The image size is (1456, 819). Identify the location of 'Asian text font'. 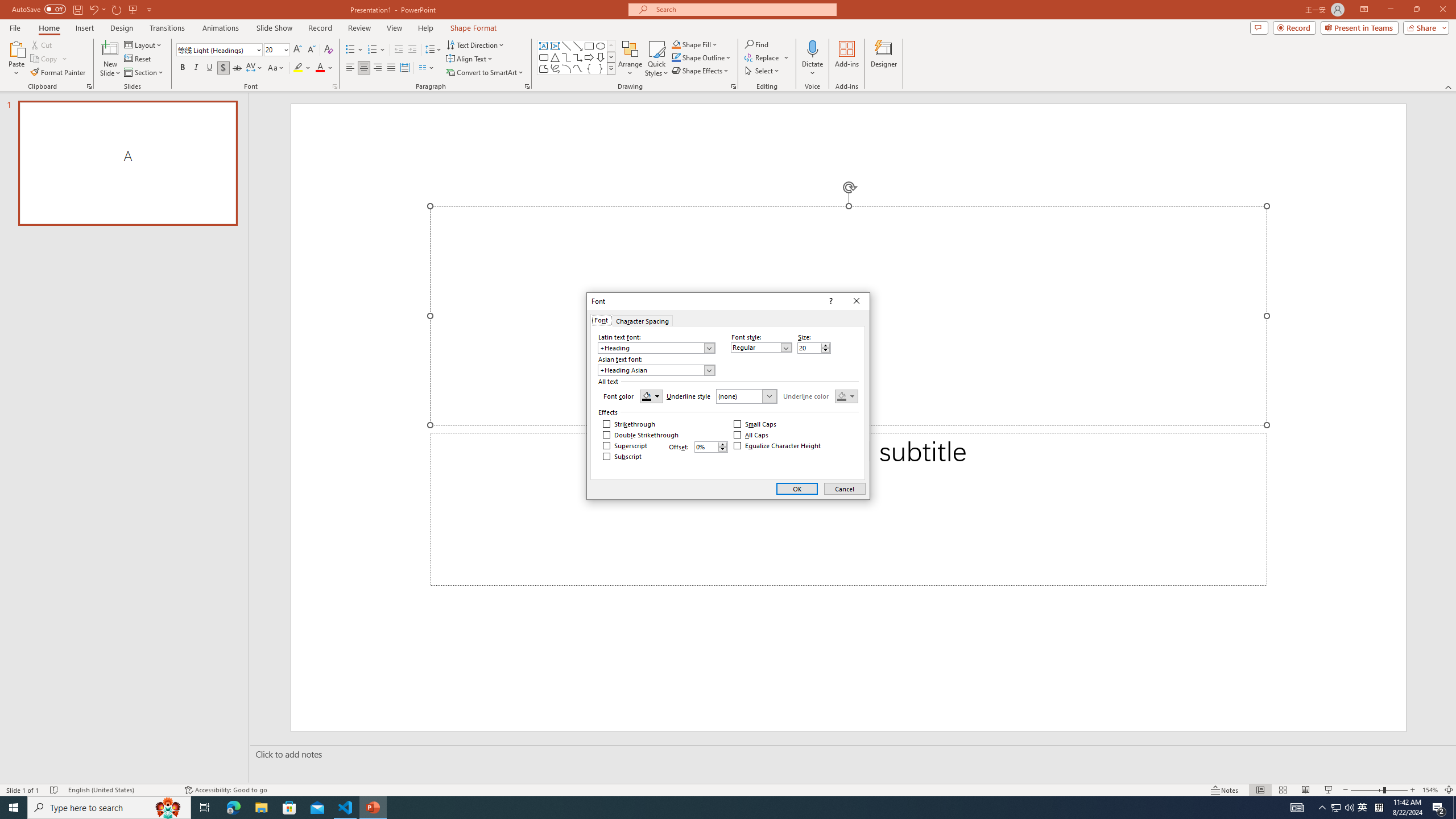
(656, 370).